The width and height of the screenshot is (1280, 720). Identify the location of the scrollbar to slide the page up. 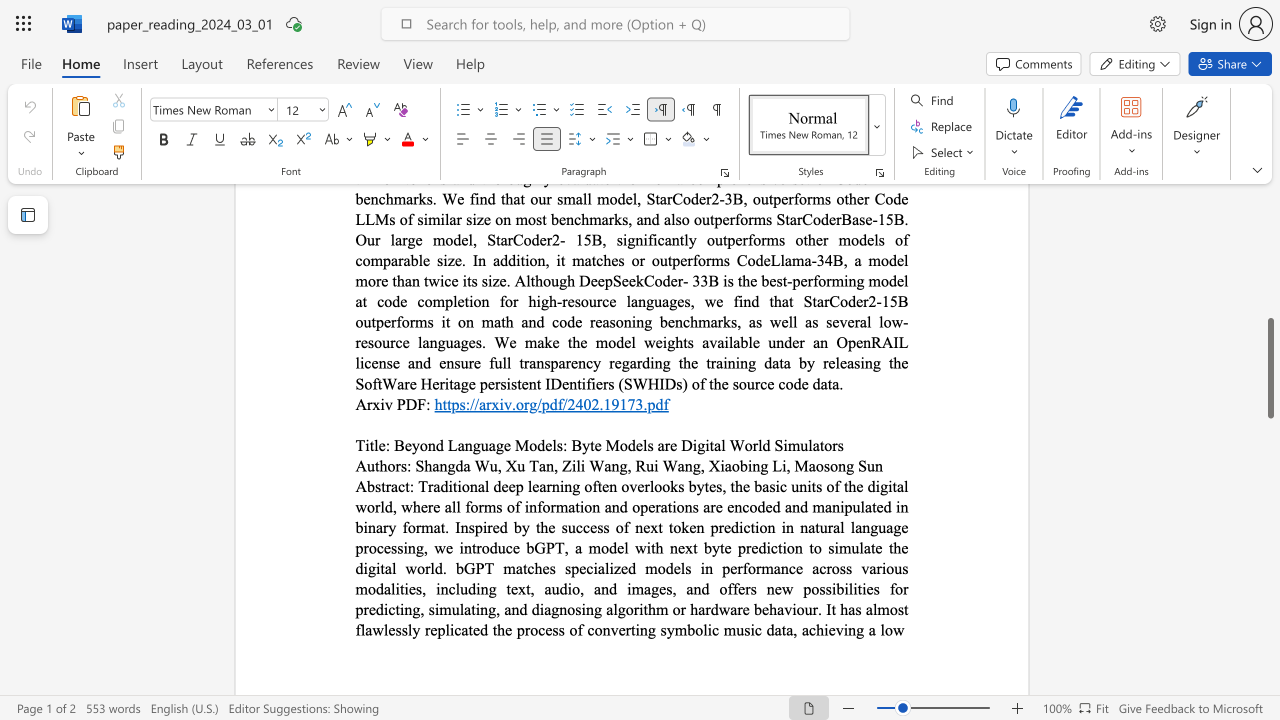
(1269, 248).